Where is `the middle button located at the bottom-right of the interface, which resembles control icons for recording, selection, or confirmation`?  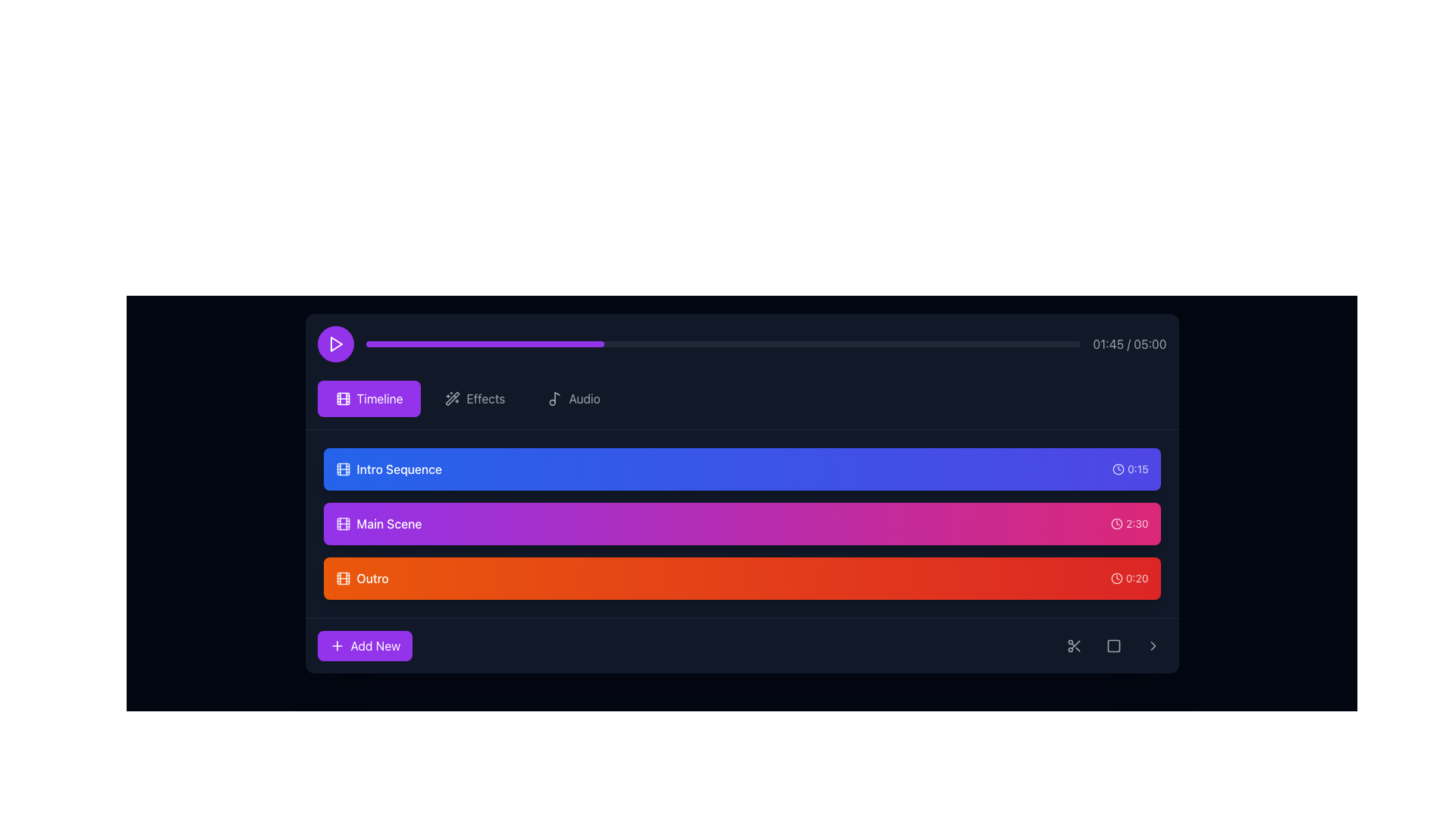 the middle button located at the bottom-right of the interface, which resembles control icons for recording, selection, or confirmation is located at coordinates (1113, 646).